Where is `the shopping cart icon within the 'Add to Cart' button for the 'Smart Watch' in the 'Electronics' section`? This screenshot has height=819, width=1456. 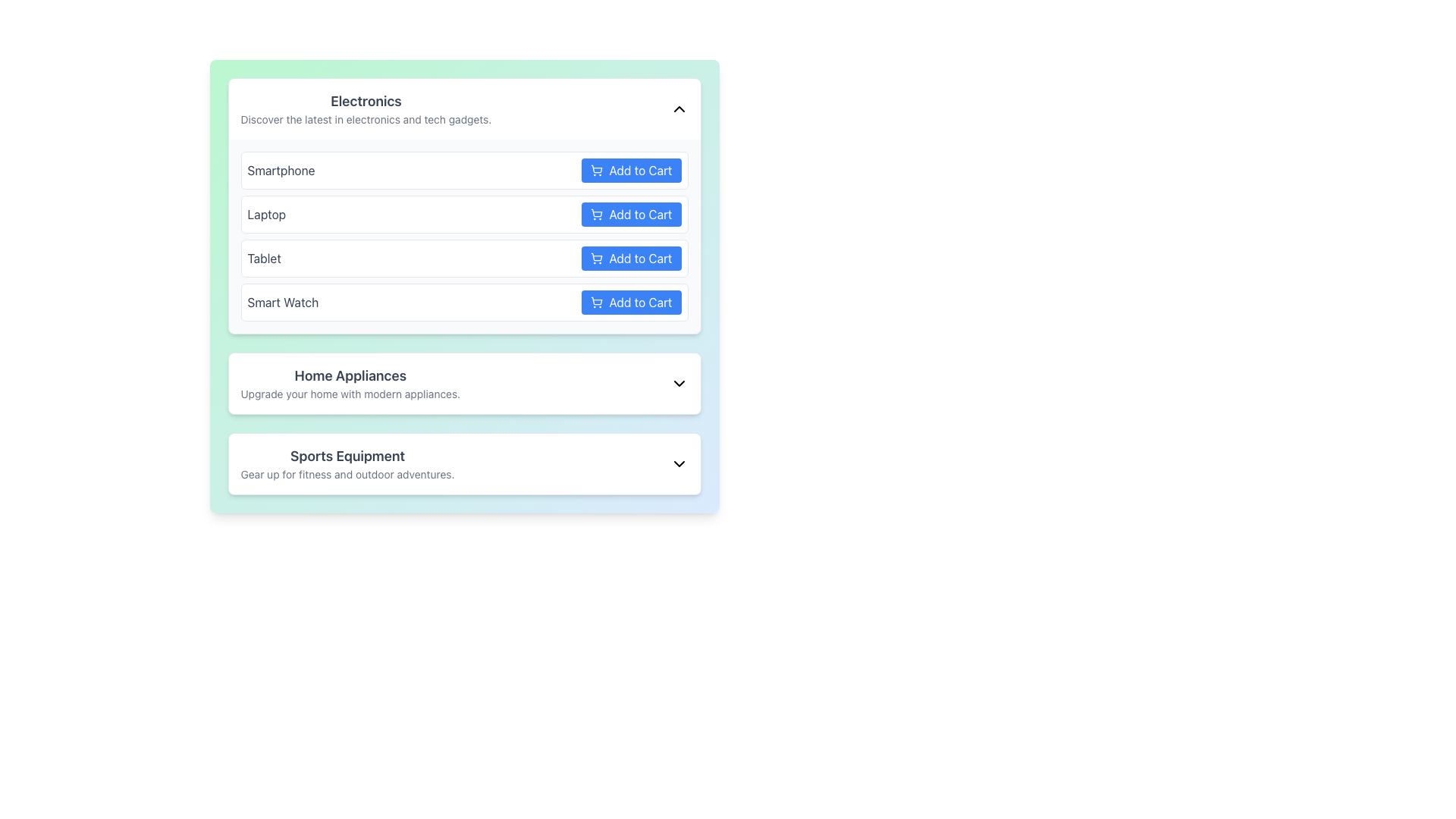
the shopping cart icon within the 'Add to Cart' button for the 'Smart Watch' in the 'Electronics' section is located at coordinates (596, 302).